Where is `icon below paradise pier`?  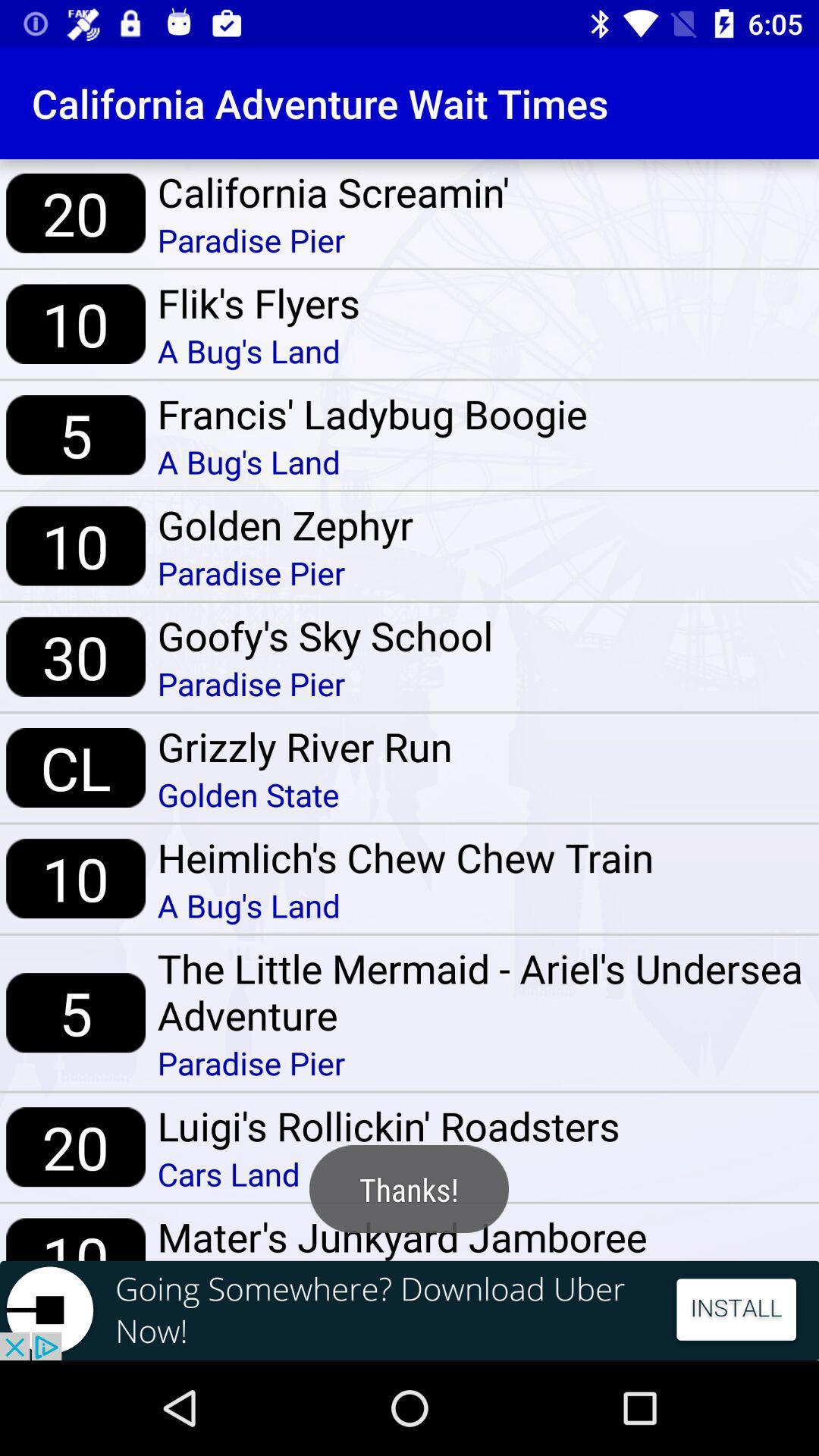
icon below paradise pier is located at coordinates (305, 746).